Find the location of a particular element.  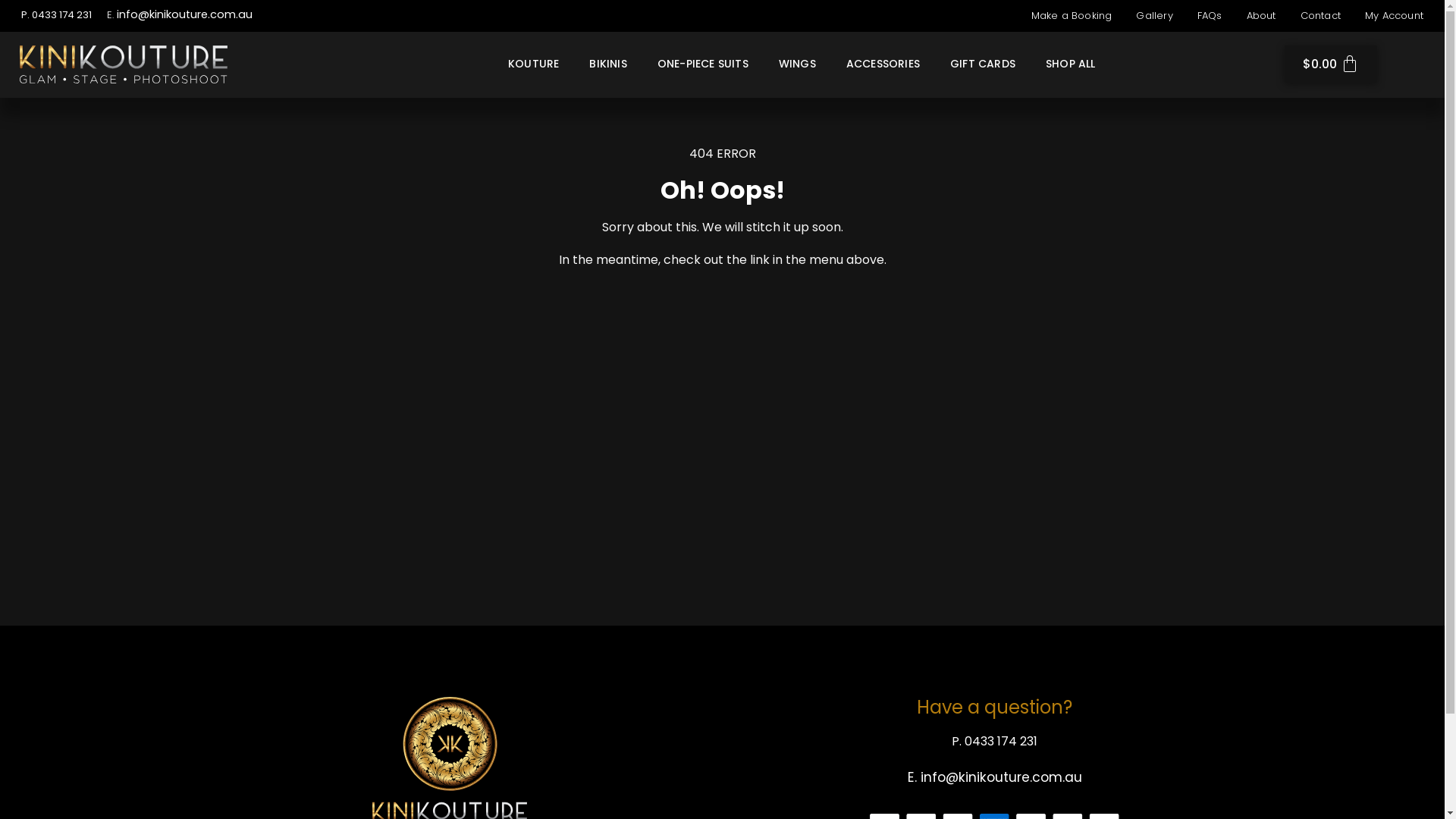

'info@kinikouture.com.au' is located at coordinates (184, 14).